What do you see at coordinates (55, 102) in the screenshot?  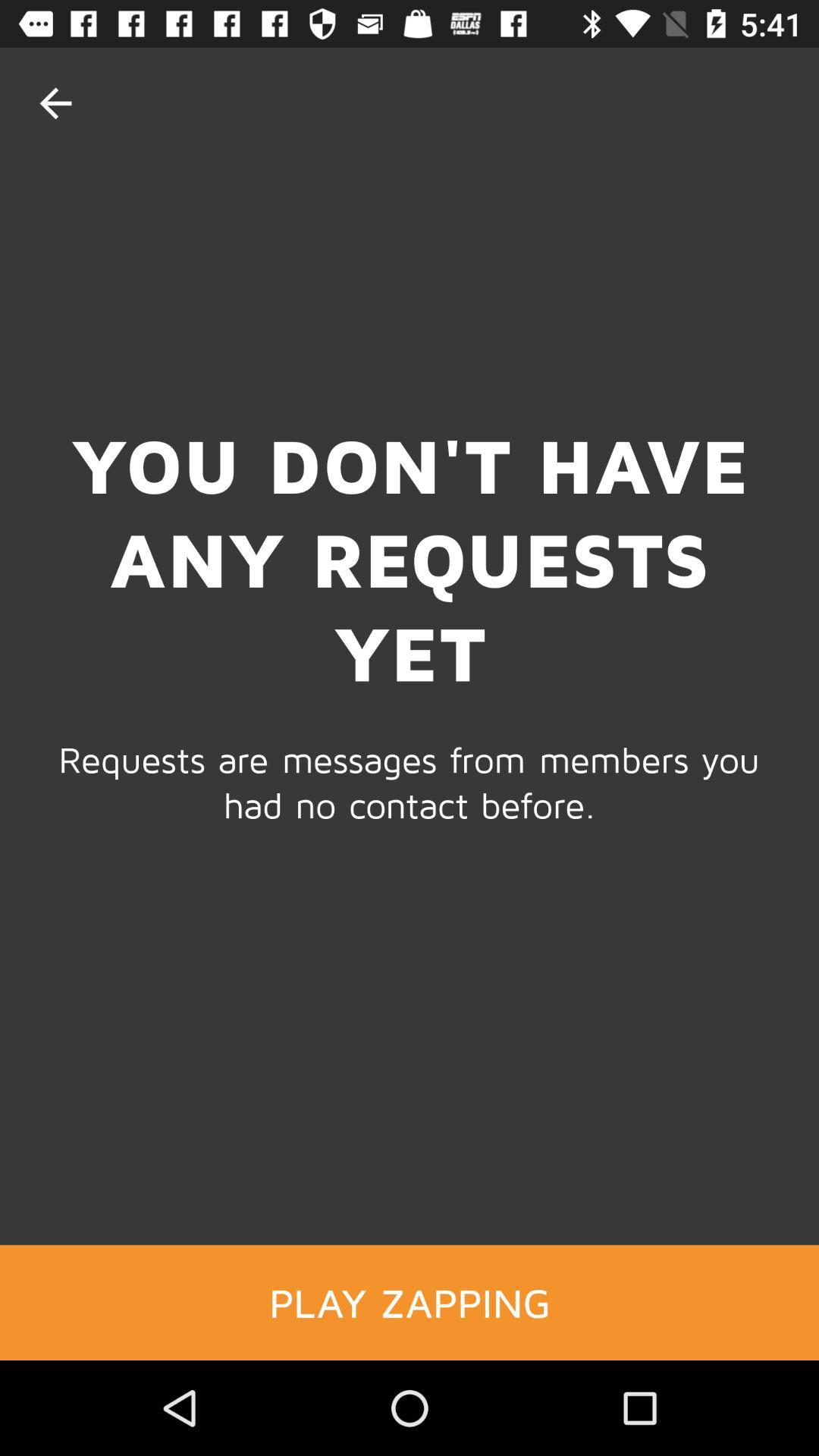 I see `item at the top left corner` at bounding box center [55, 102].